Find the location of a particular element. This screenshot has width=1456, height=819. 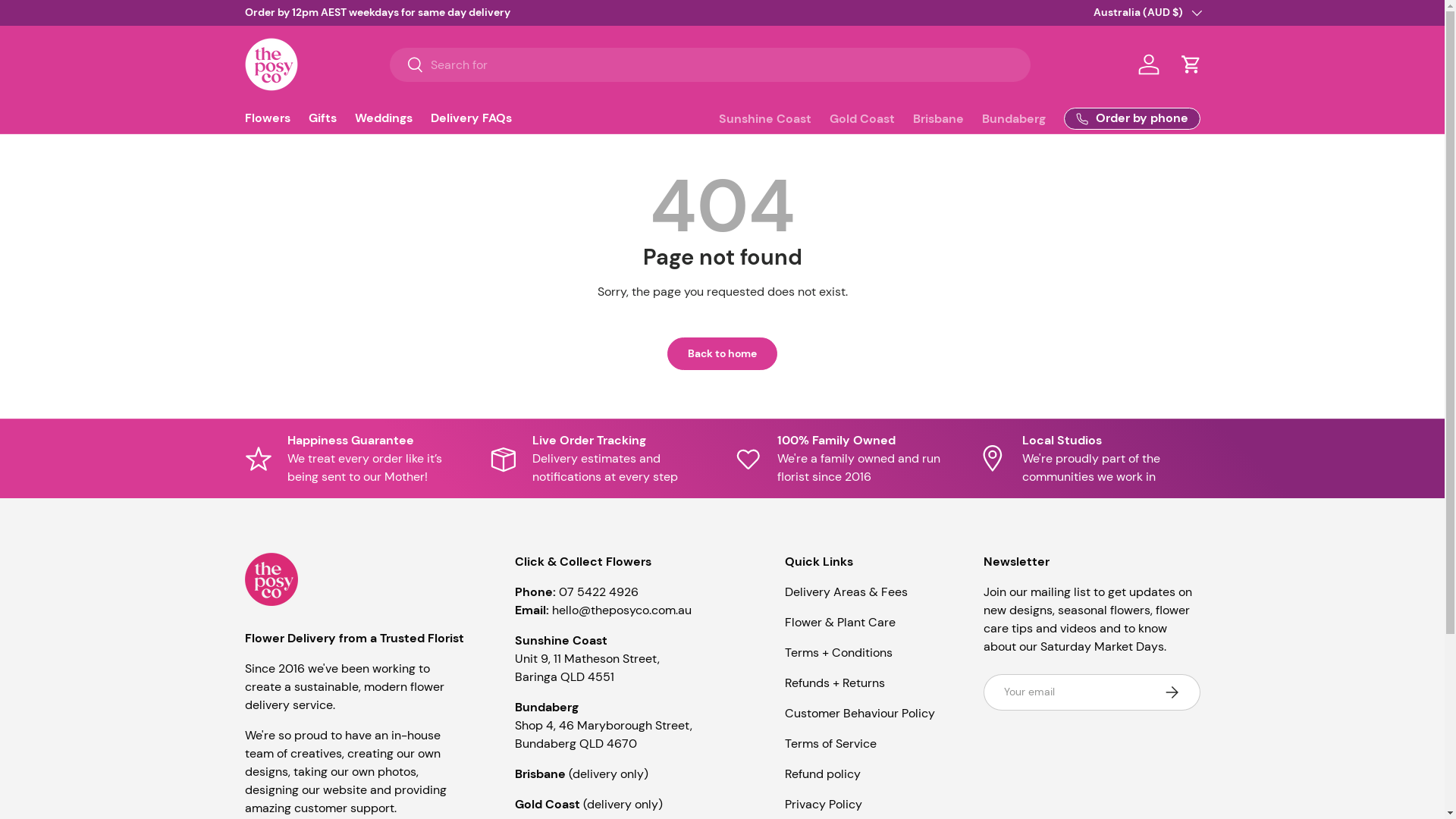

'Refunds + Returns' is located at coordinates (783, 682).